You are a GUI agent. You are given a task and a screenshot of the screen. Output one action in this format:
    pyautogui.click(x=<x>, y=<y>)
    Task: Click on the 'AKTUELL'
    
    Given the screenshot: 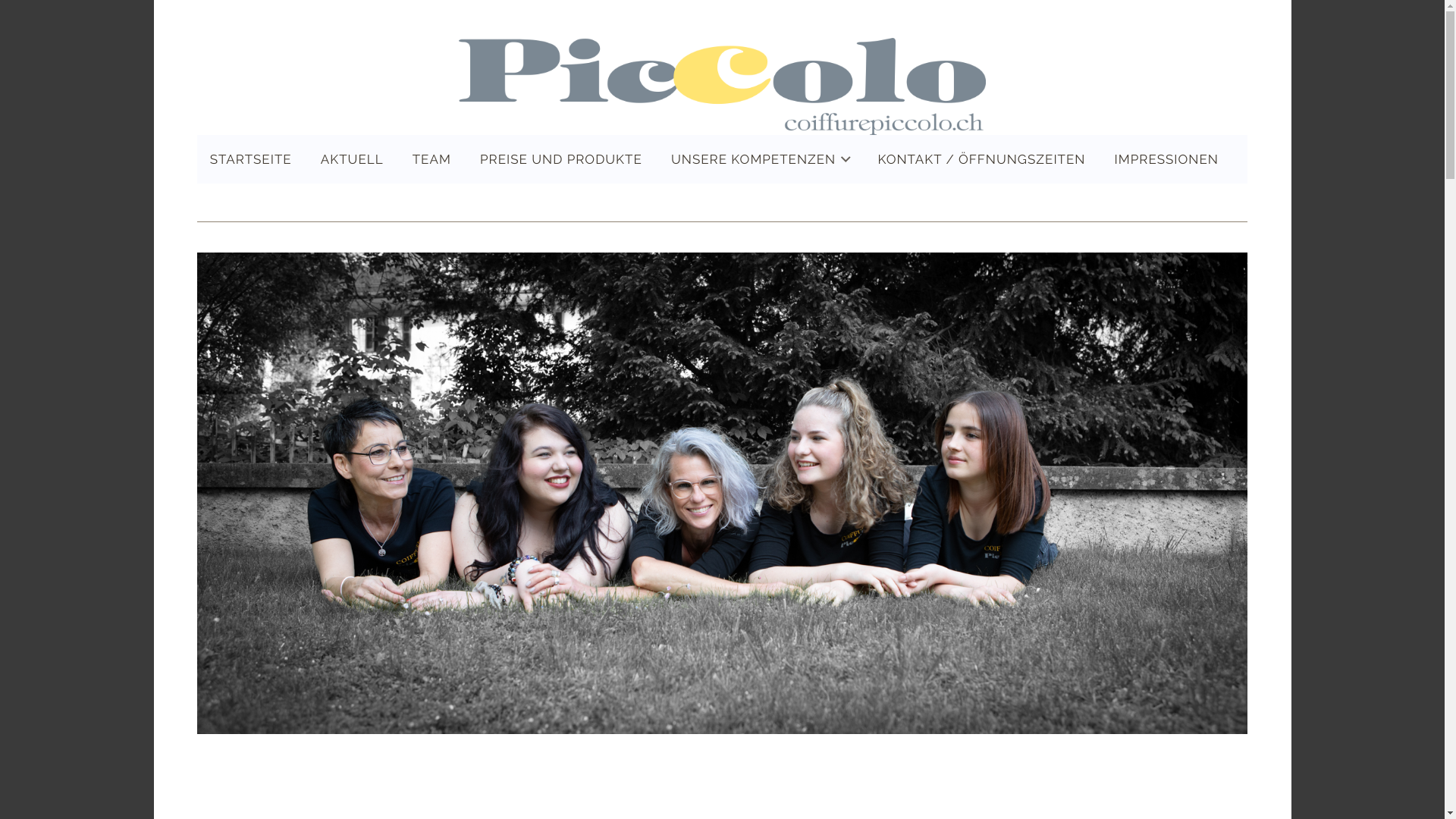 What is the action you would take?
    pyautogui.click(x=351, y=158)
    